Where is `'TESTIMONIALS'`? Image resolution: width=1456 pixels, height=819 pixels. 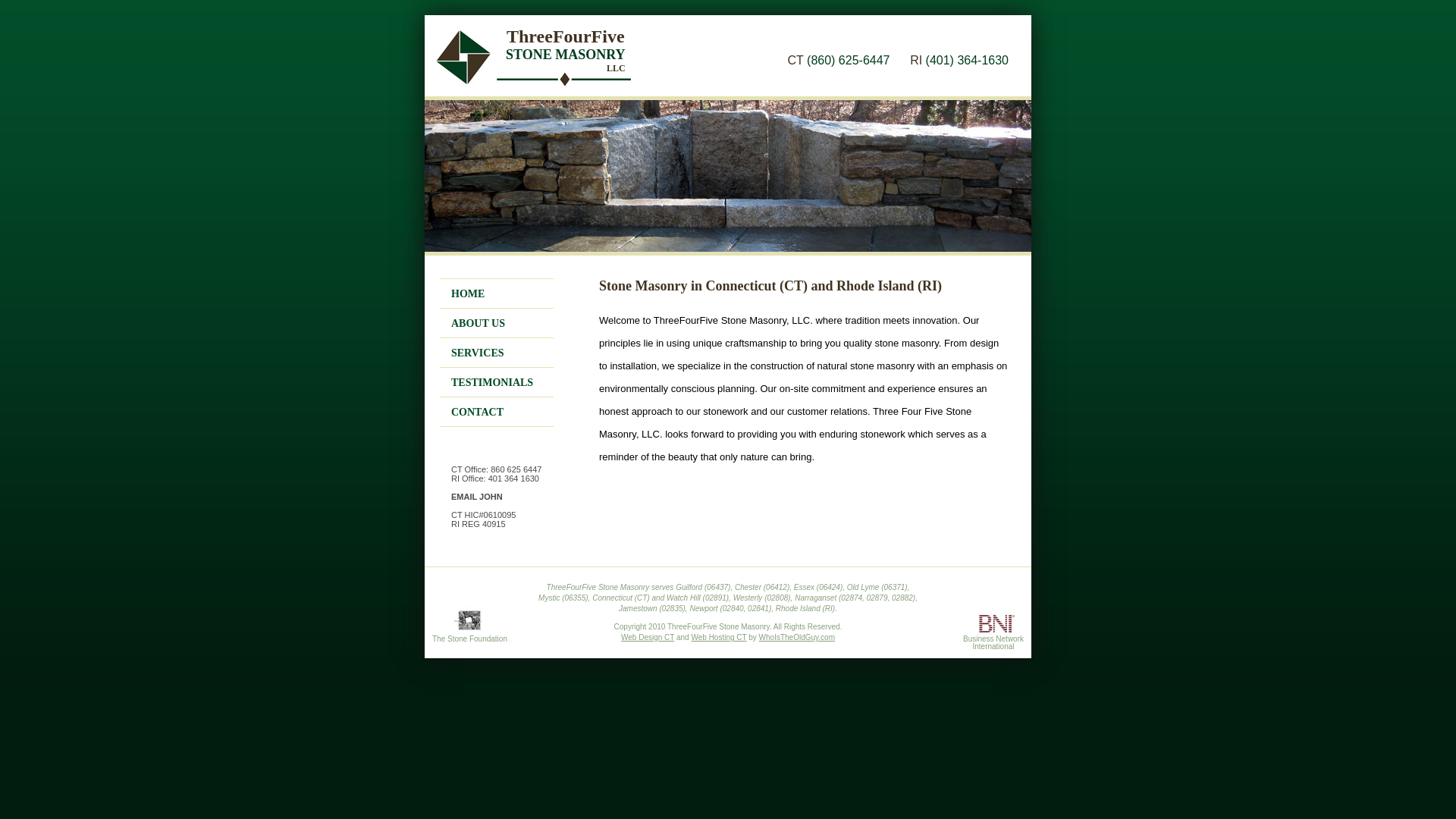 'TESTIMONIALS' is located at coordinates (494, 381).